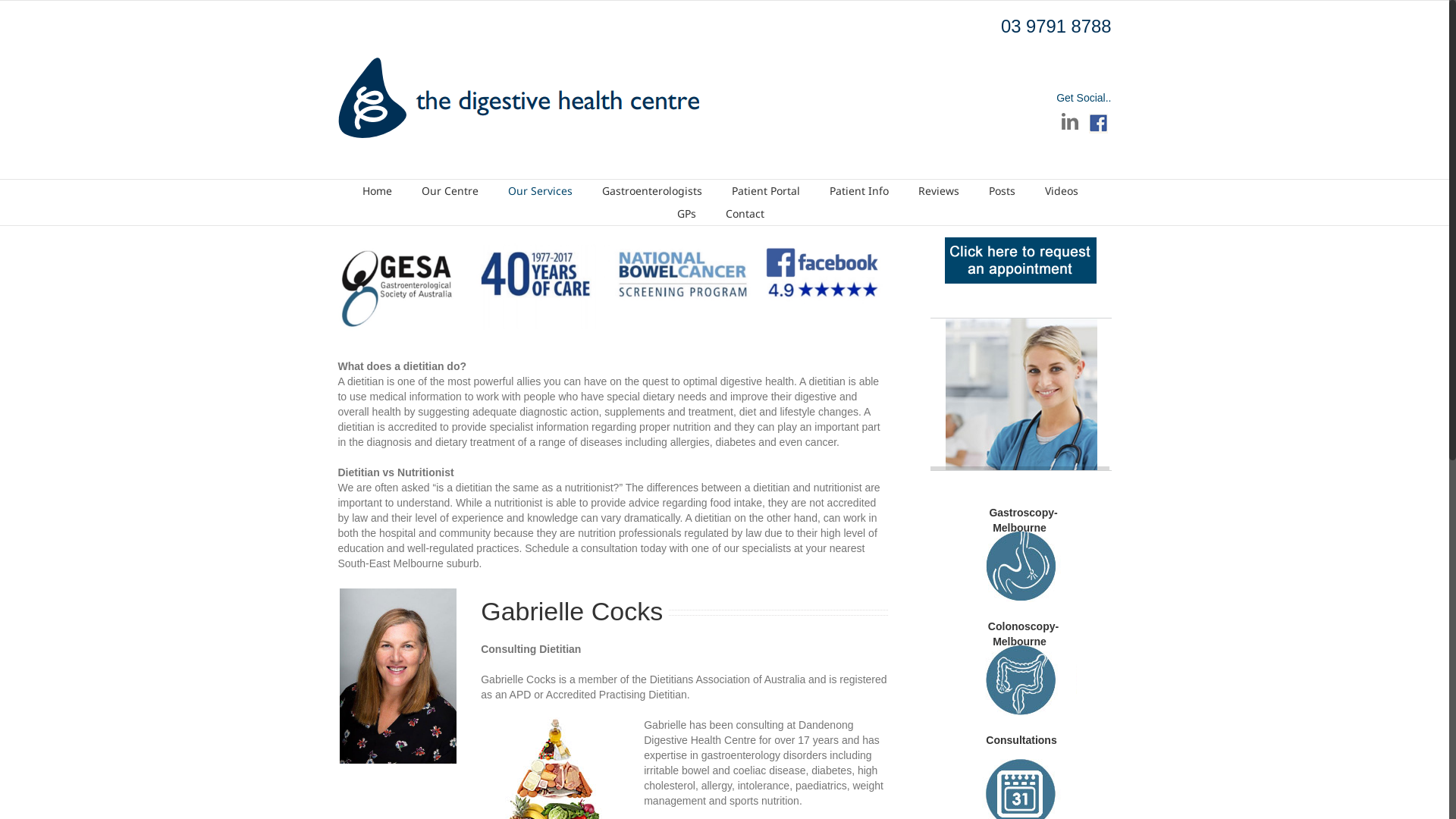  I want to click on 'Videos', so click(1061, 190).